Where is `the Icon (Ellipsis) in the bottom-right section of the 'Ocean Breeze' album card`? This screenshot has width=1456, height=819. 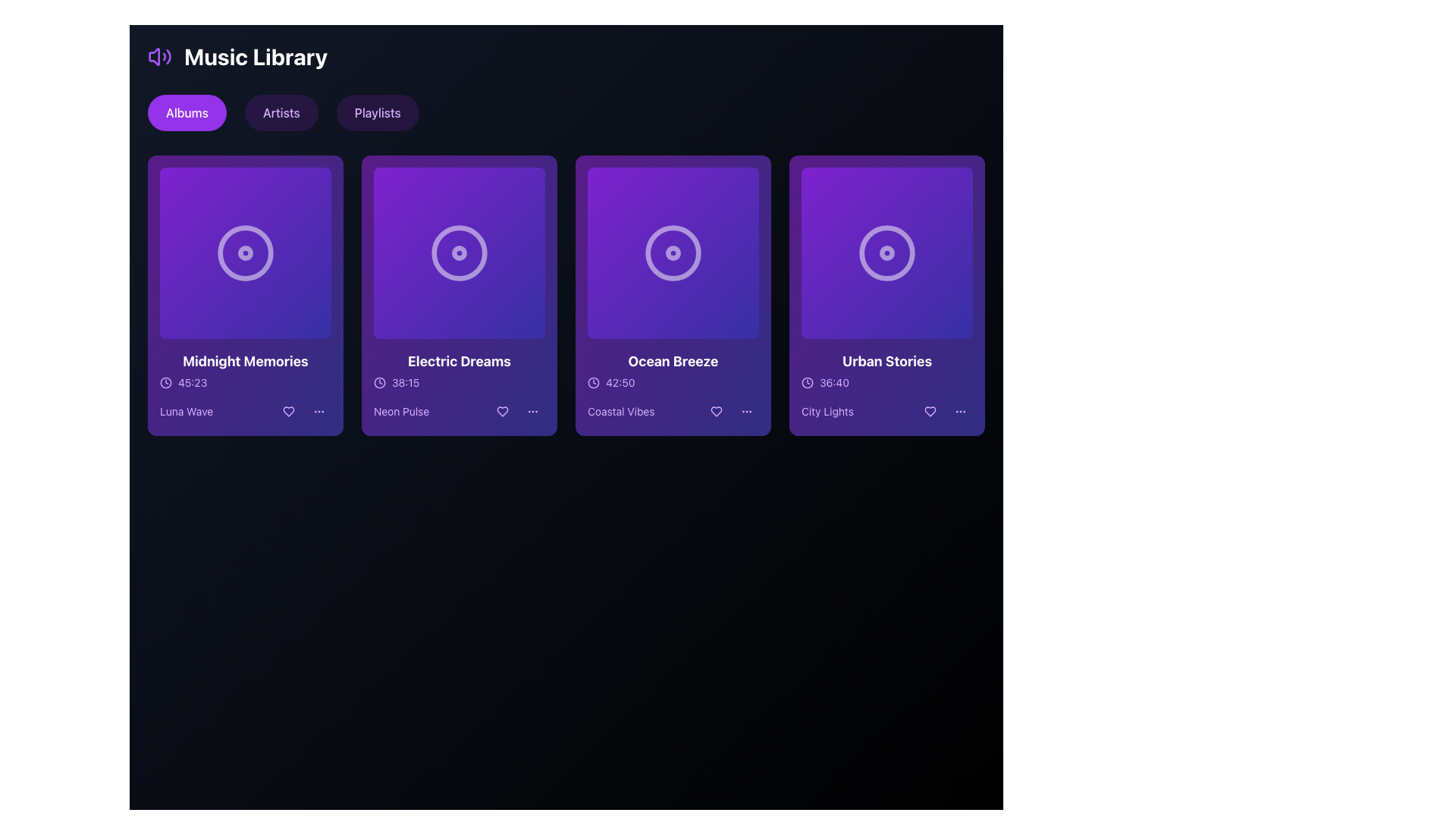 the Icon (Ellipsis) in the bottom-right section of the 'Ocean Breeze' album card is located at coordinates (746, 412).